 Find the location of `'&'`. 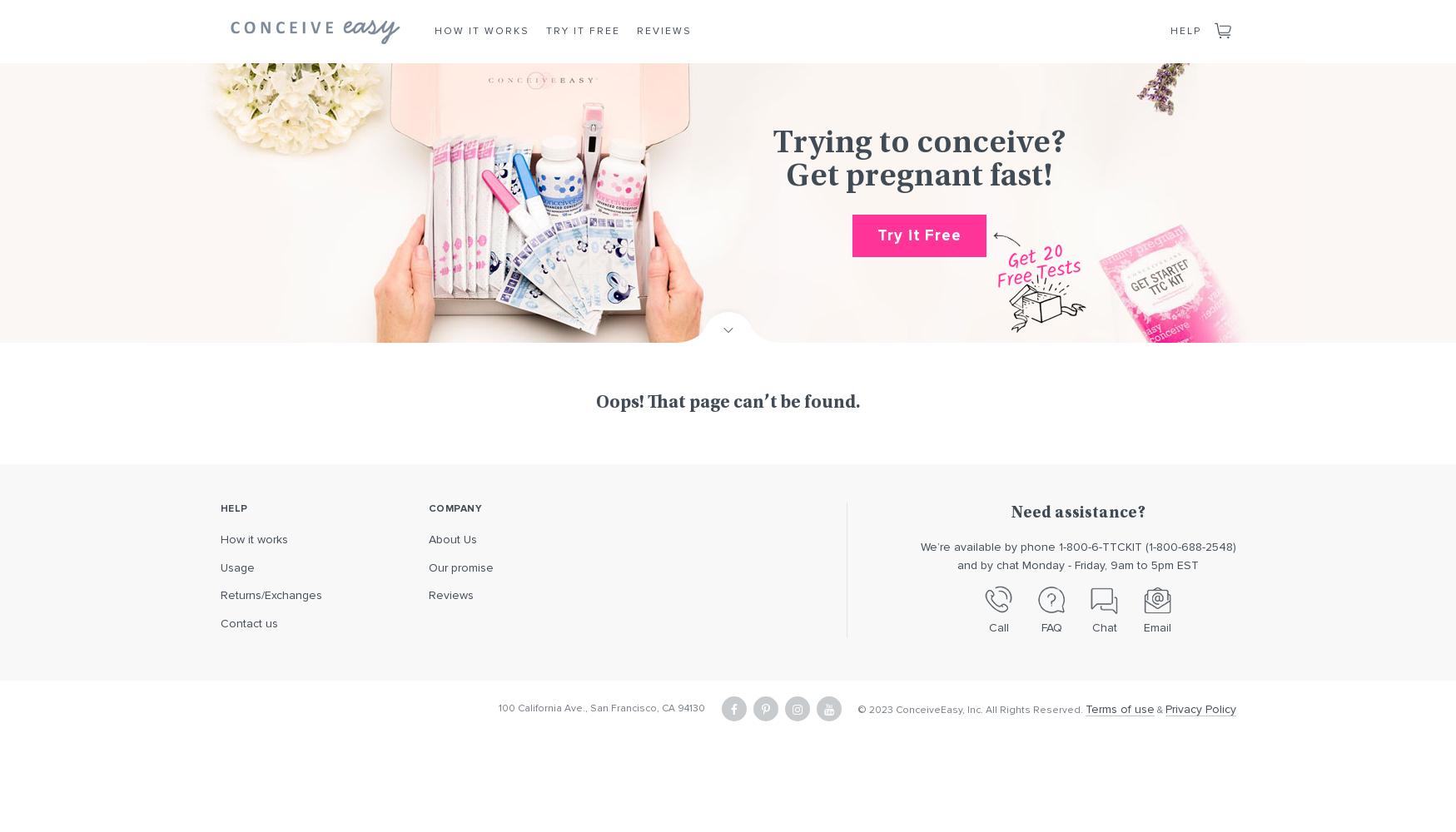

'&' is located at coordinates (1158, 708).